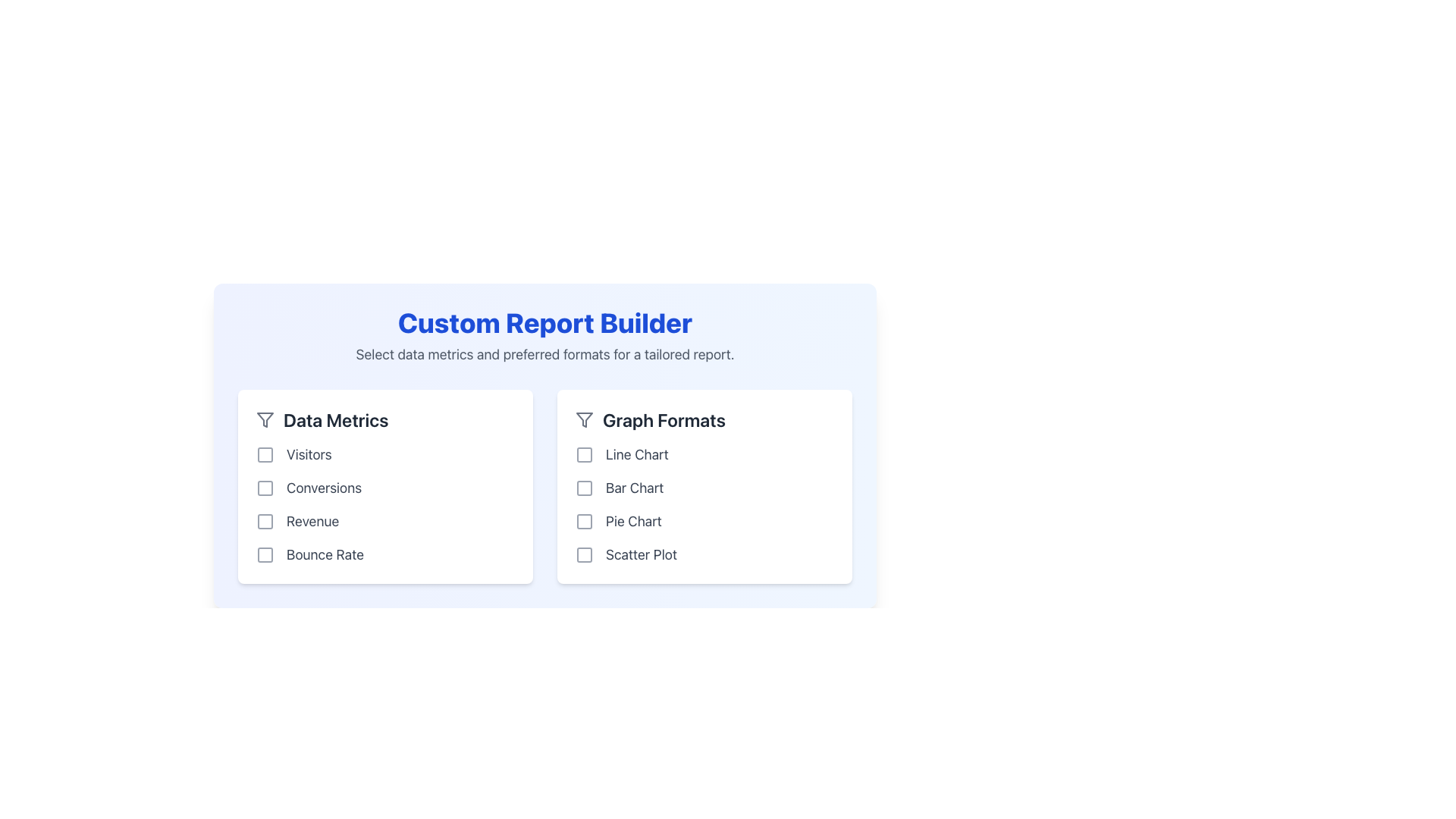  Describe the element at coordinates (265, 488) in the screenshot. I see `the checkbox labeled 'Conversions', which is styled as an unfilled box with a thin border and is the second option in the vertical list under 'Data Metrics'` at that location.